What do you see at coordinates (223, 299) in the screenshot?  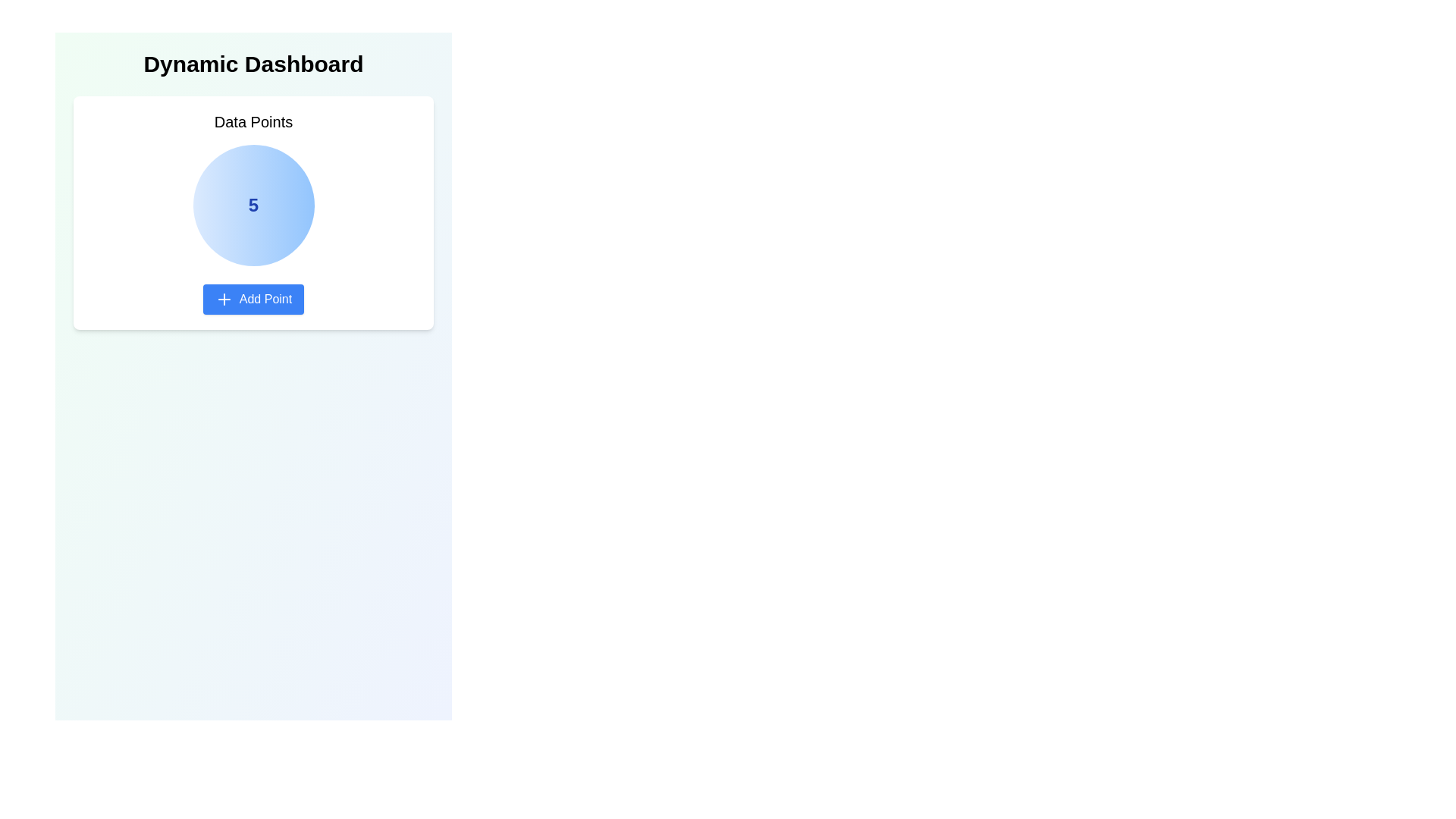 I see `the graphical representation of the small circular '+' icon located within the blue 'Add Point' button at the center of the card titled 'Data Points'` at bounding box center [223, 299].